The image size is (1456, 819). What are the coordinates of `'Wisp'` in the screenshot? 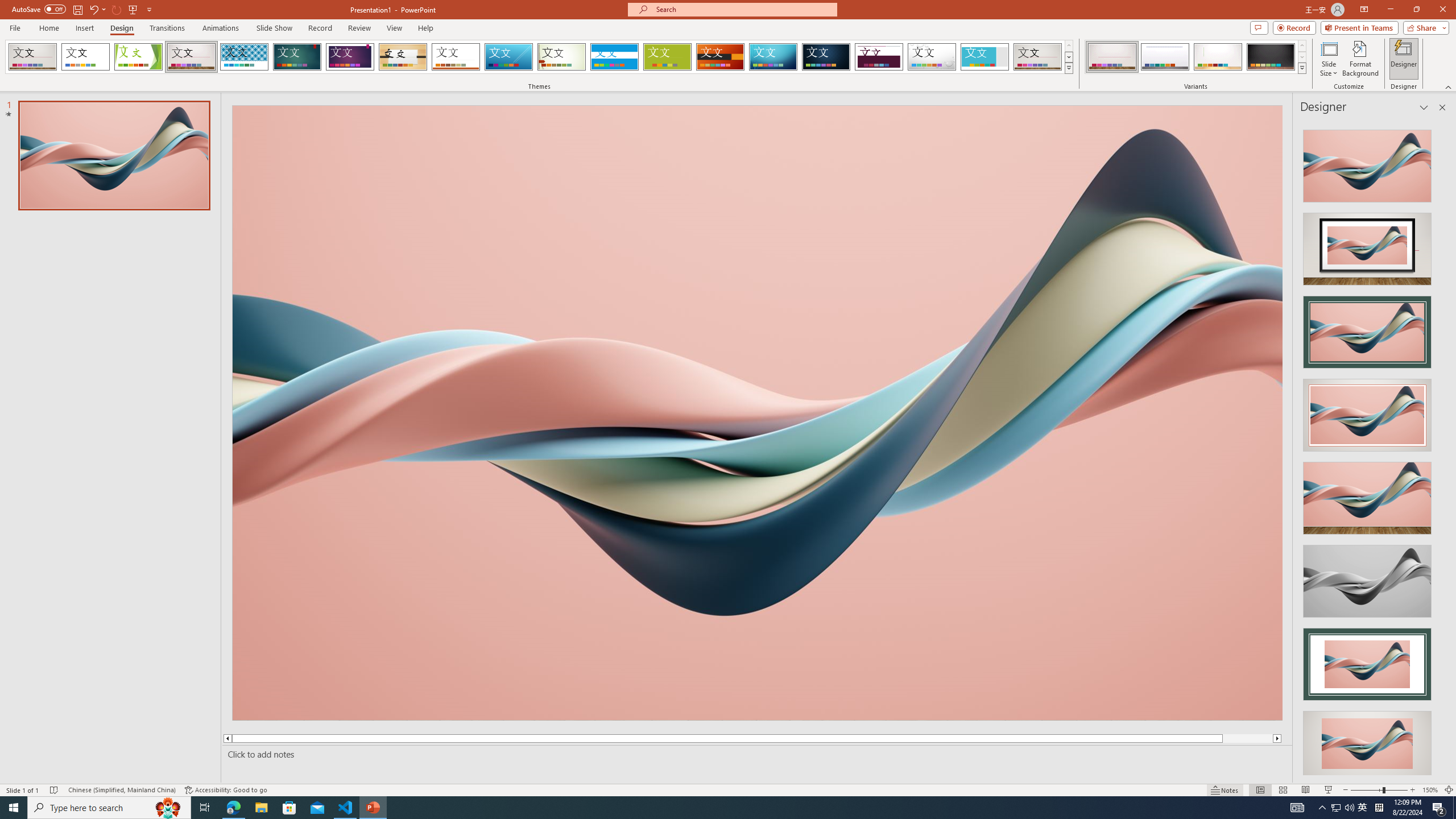 It's located at (561, 56).